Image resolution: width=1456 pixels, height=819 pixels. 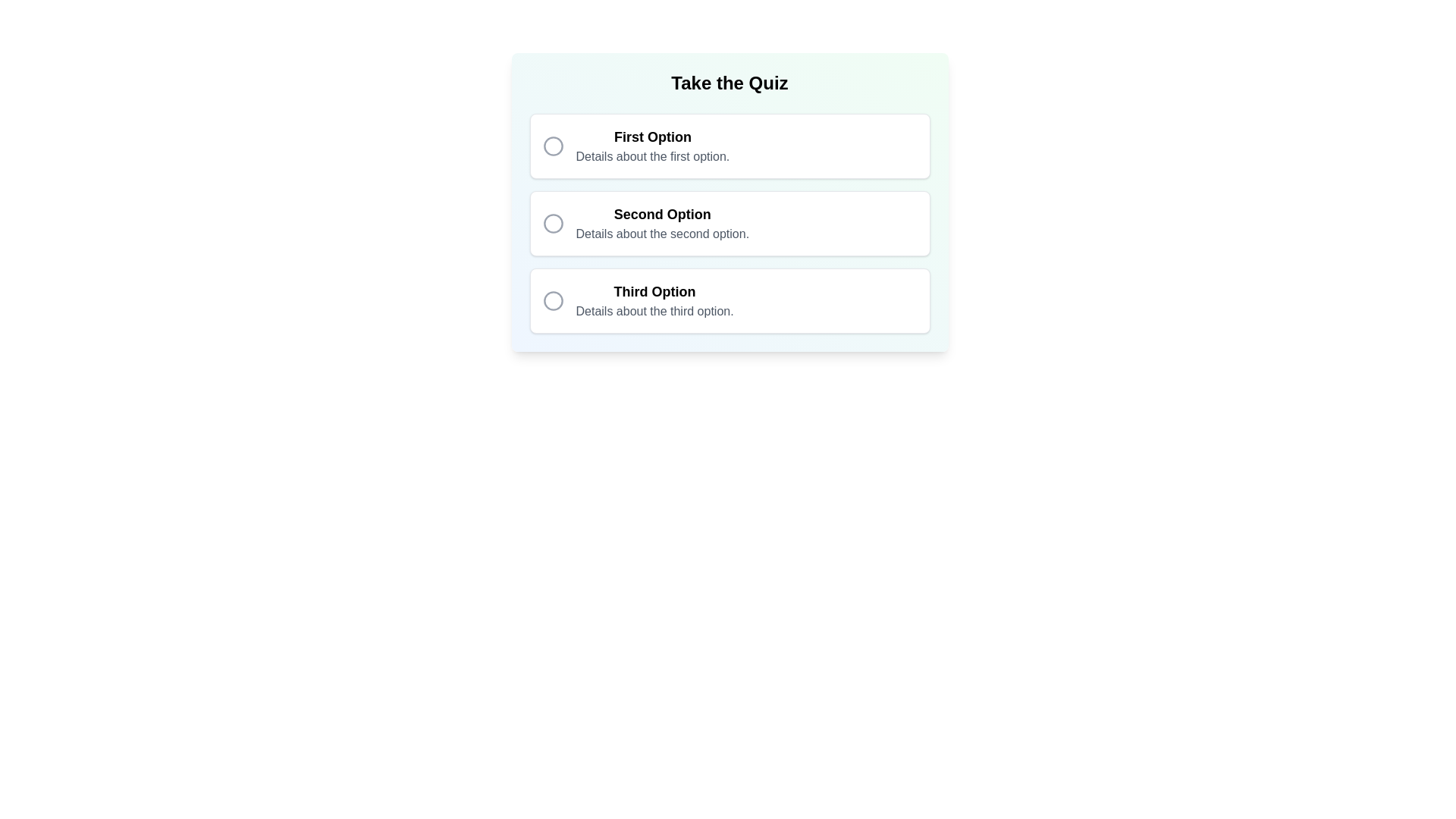 What do you see at coordinates (552, 223) in the screenshot?
I see `the circle icon with a muted gray tone that represents the first graphical component of the second selectable option preceding the text 'Second Option'` at bounding box center [552, 223].